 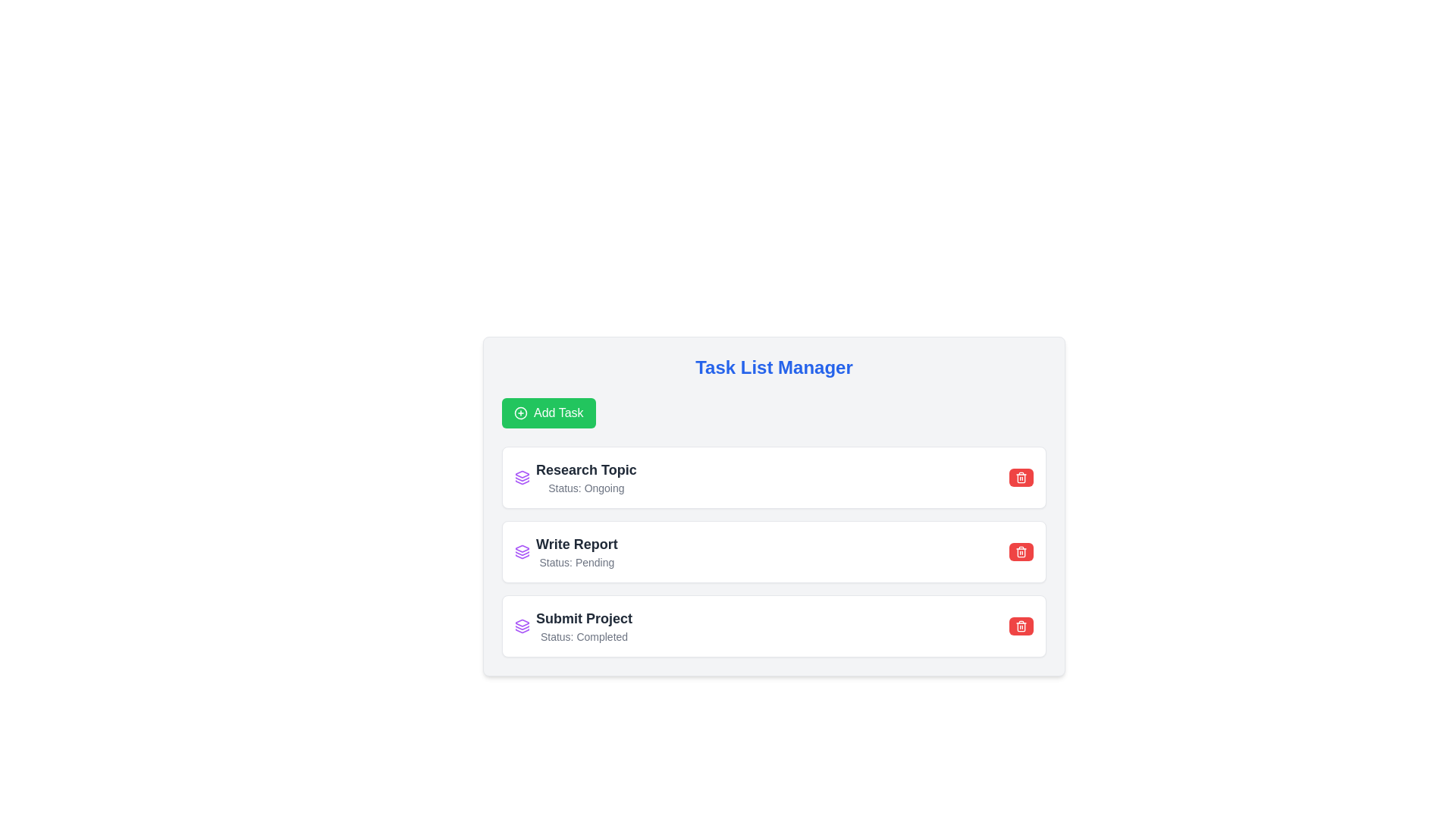 What do you see at coordinates (583, 626) in the screenshot?
I see `the 'Submit Project' text block, which is the last entry in the task list under the 'Task List Manager' header` at bounding box center [583, 626].